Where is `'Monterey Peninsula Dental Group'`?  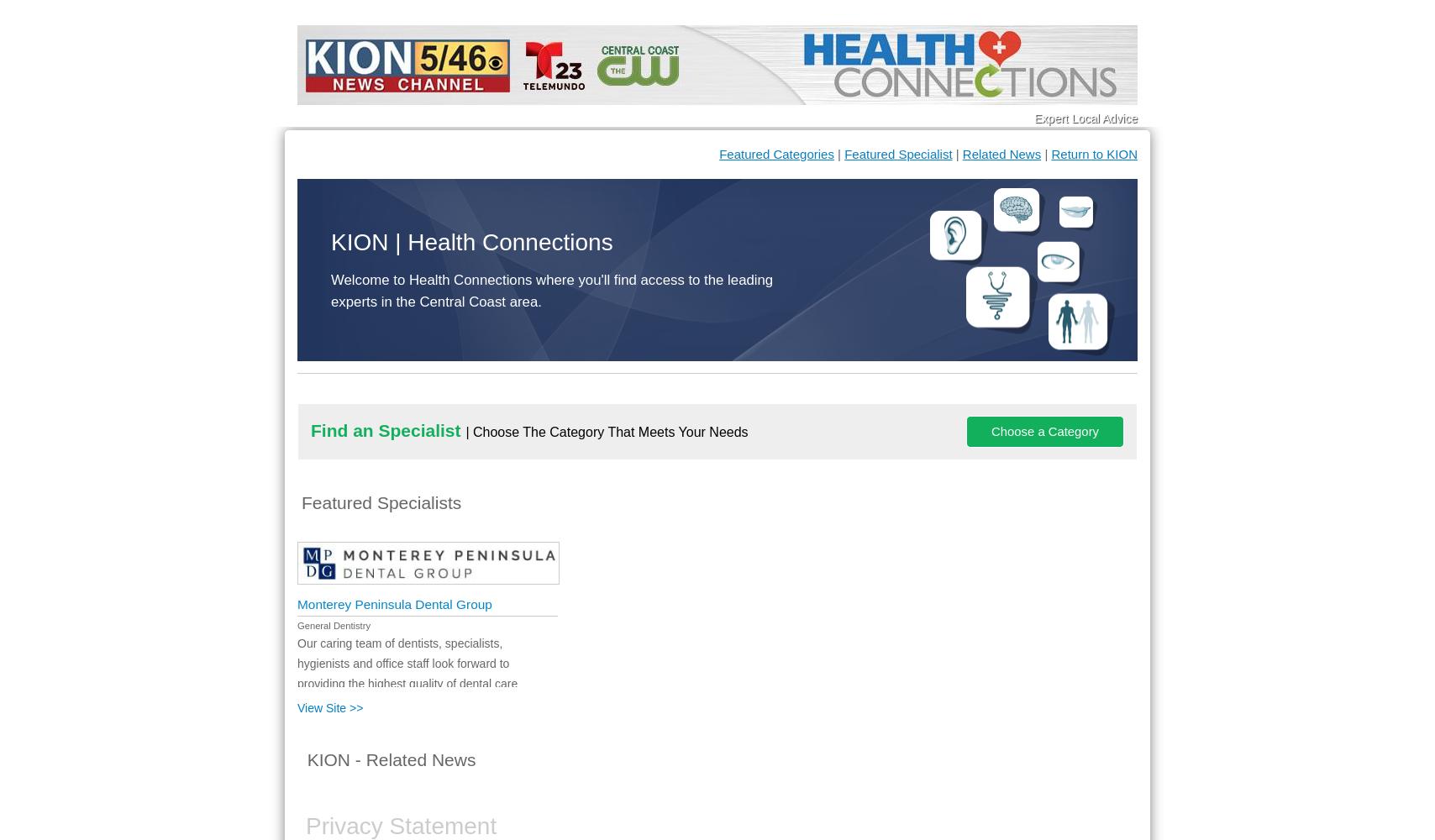
'Monterey Peninsula Dental Group' is located at coordinates (297, 603).